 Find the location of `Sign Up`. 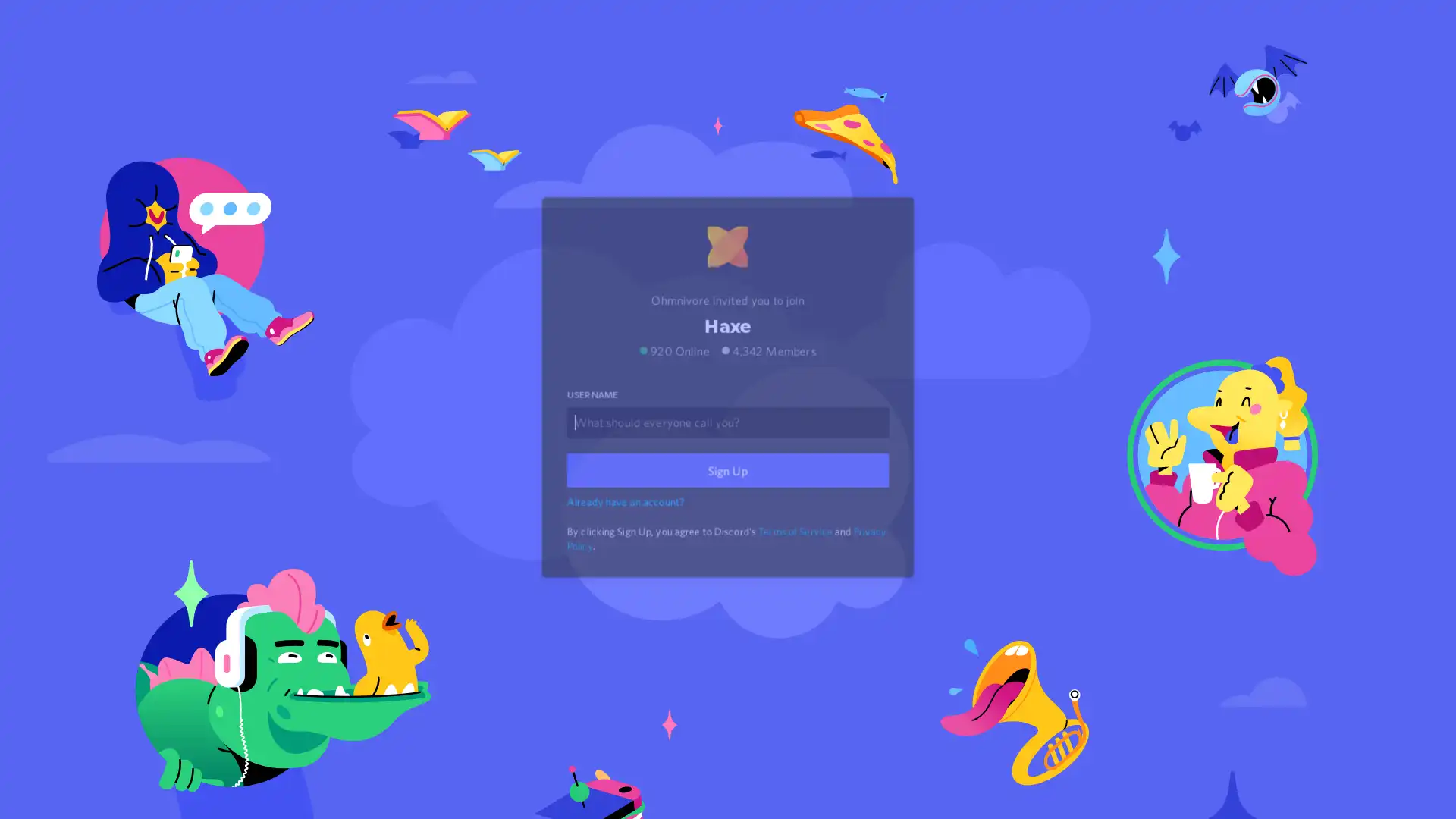

Sign Up is located at coordinates (728, 491).